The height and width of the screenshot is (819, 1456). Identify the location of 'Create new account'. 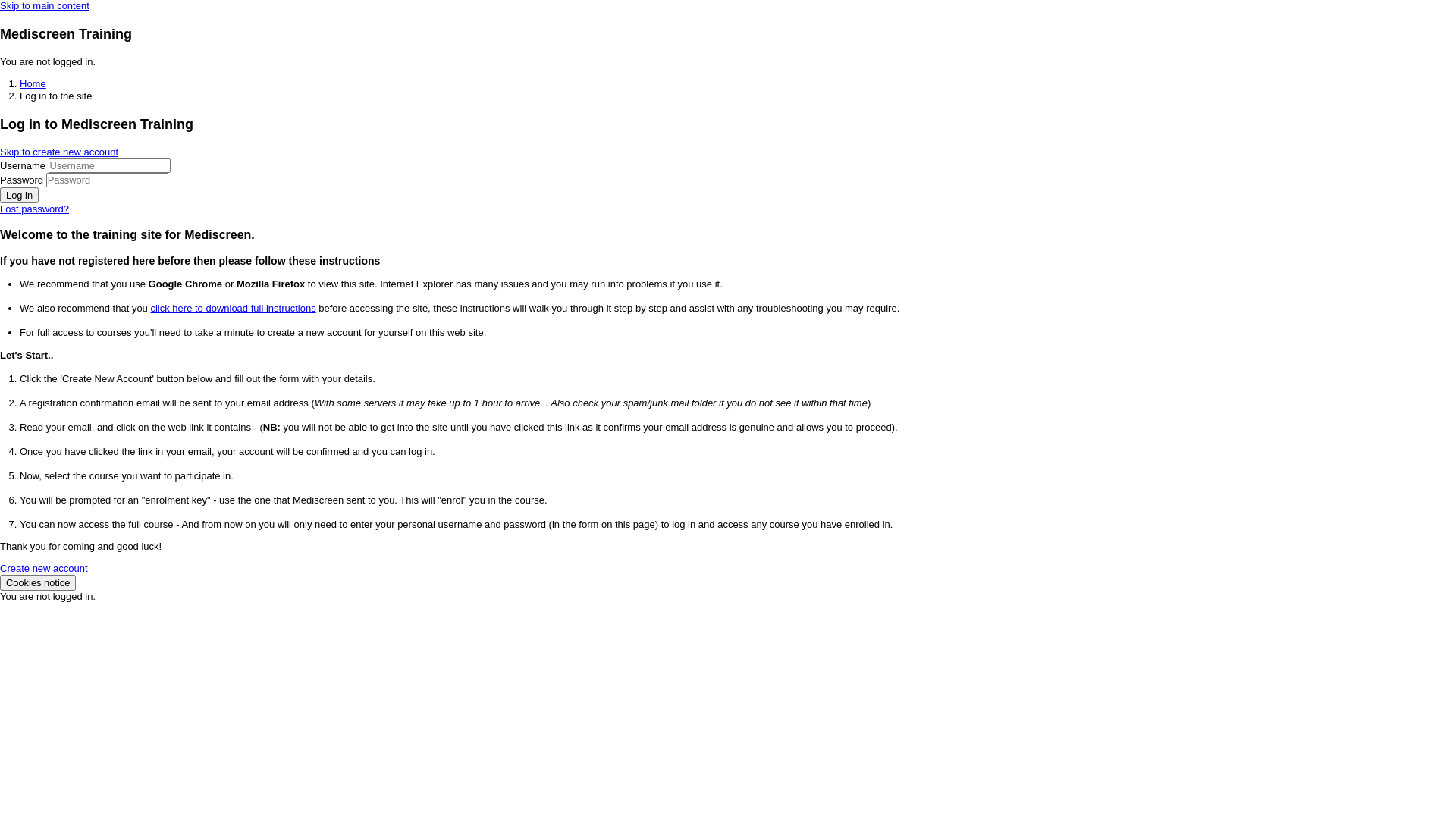
(43, 568).